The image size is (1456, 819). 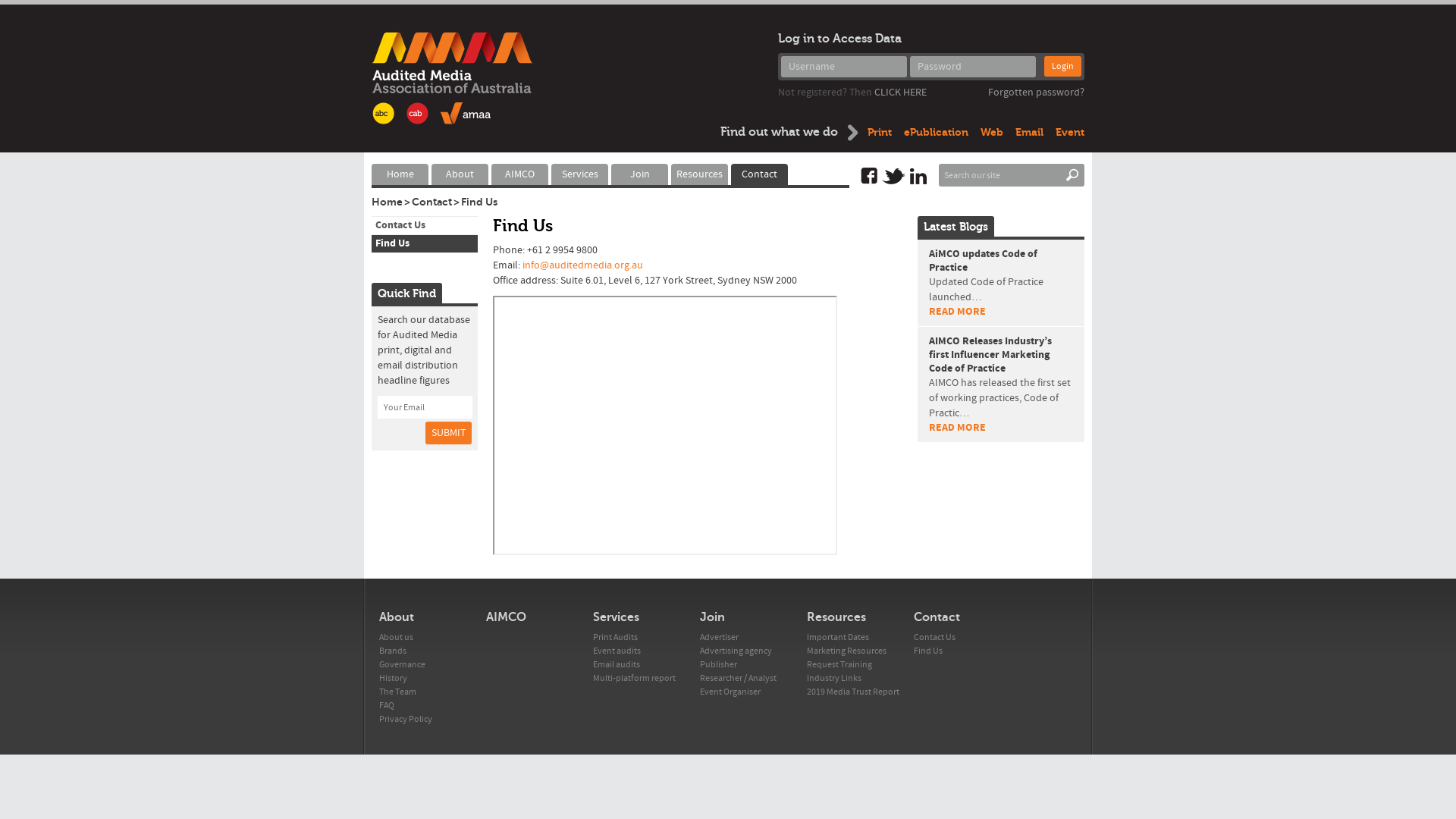 I want to click on 'Email audits', so click(x=616, y=664).